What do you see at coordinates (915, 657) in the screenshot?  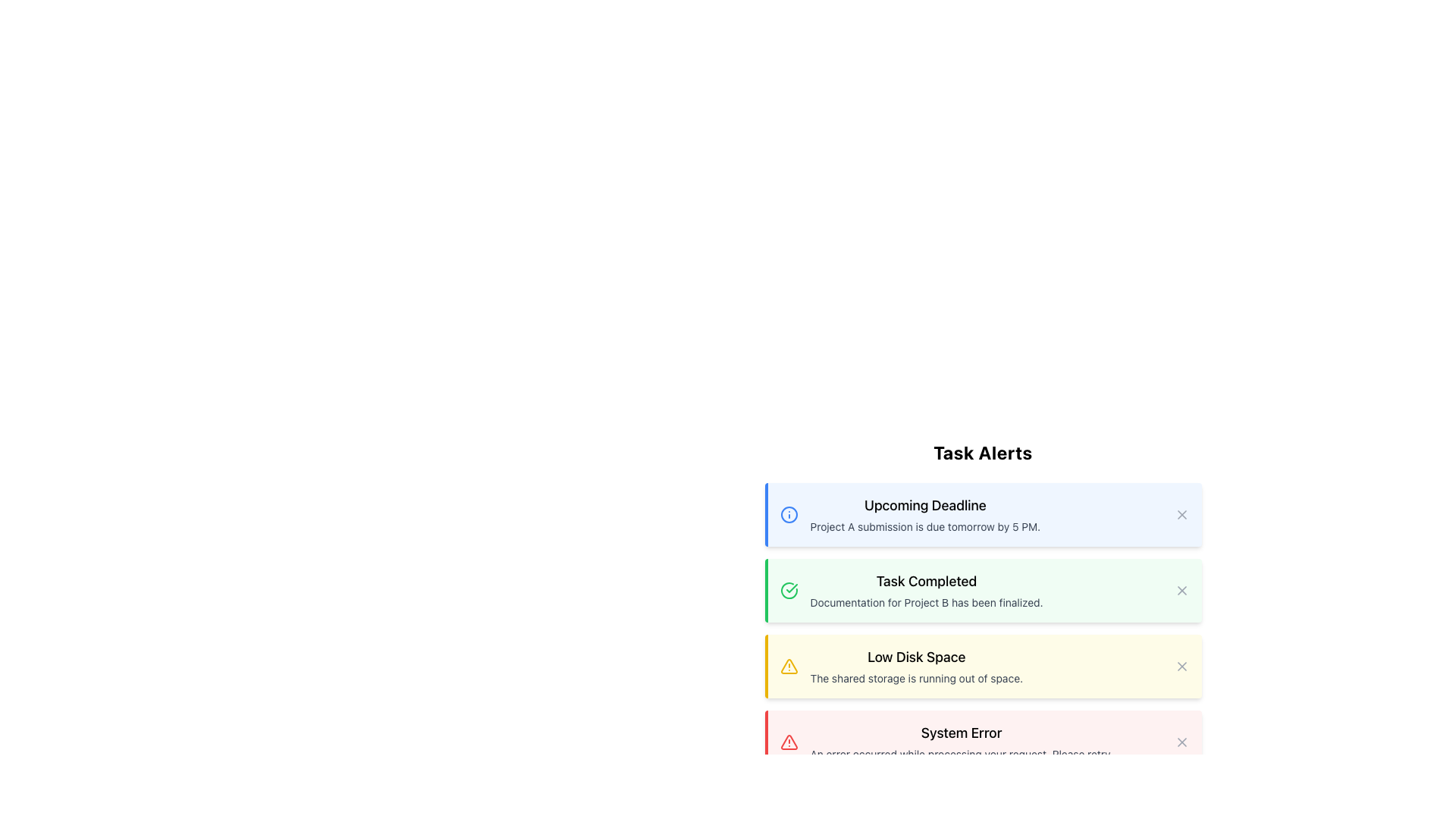 I see `the header text element reading 'Low Disk Space' in the yellow notification alert, which is bold and larger than the following text` at bounding box center [915, 657].